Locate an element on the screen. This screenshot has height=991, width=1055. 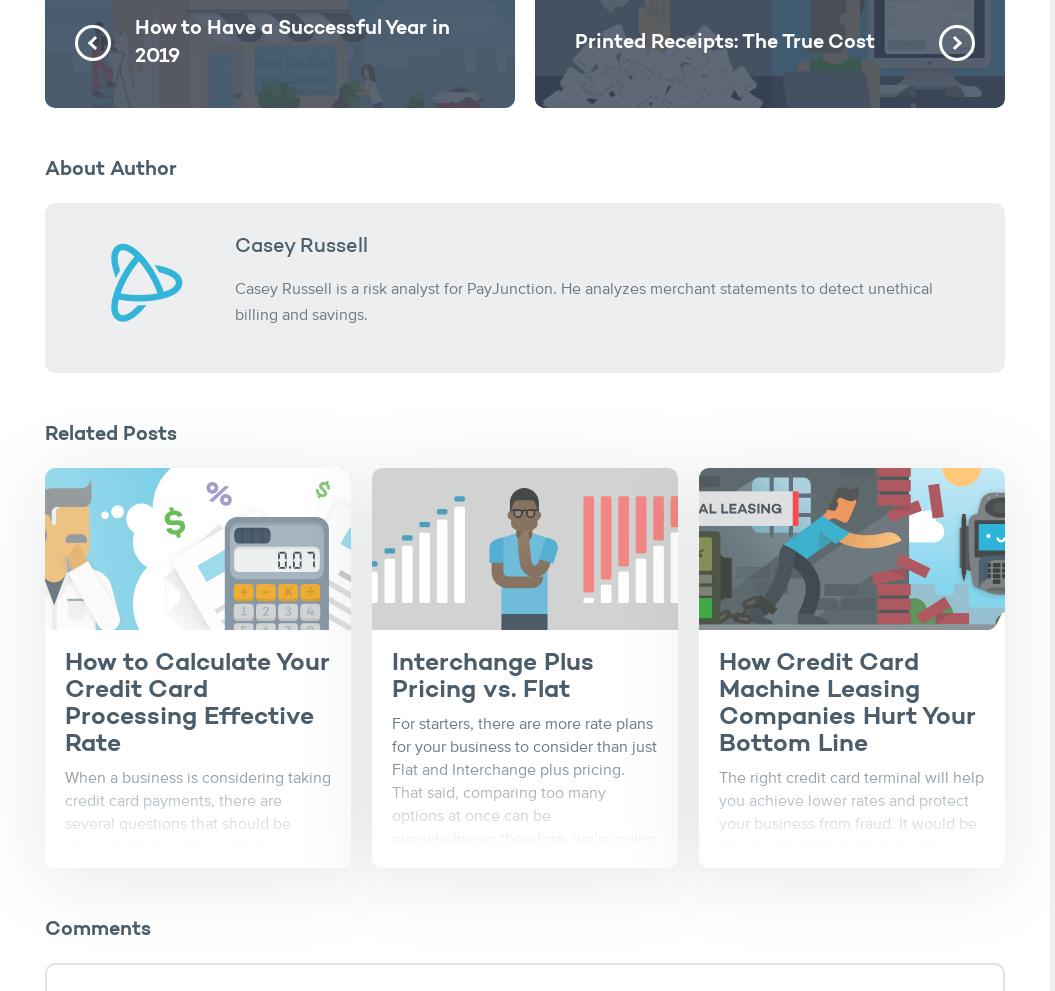
'Related Posts' is located at coordinates (109, 435).